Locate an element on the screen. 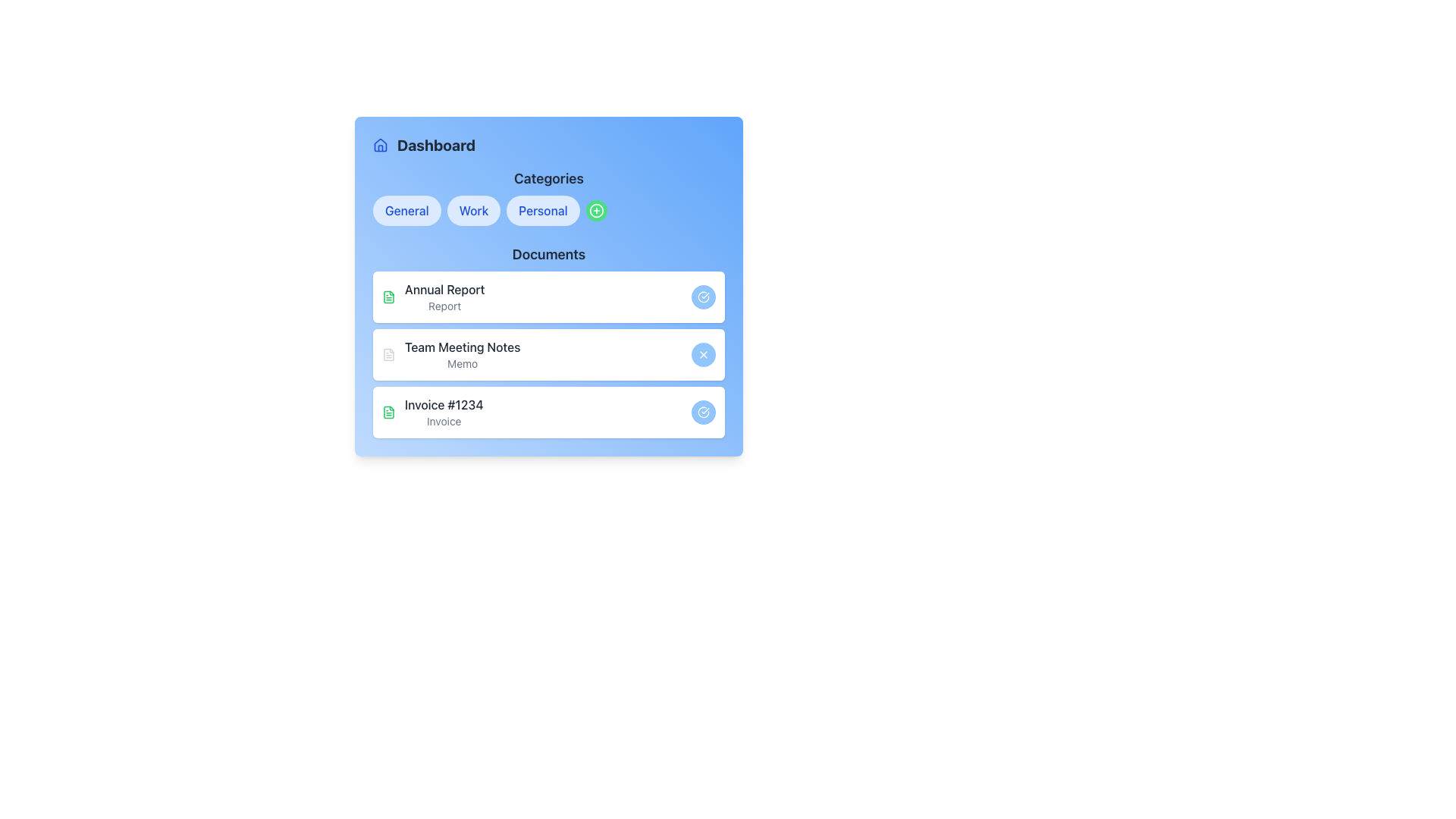 The image size is (1456, 819). the circular button with a light blue background and a white checkmark icon, located on the right side of the 'Annual Report' tile is located at coordinates (702, 297).